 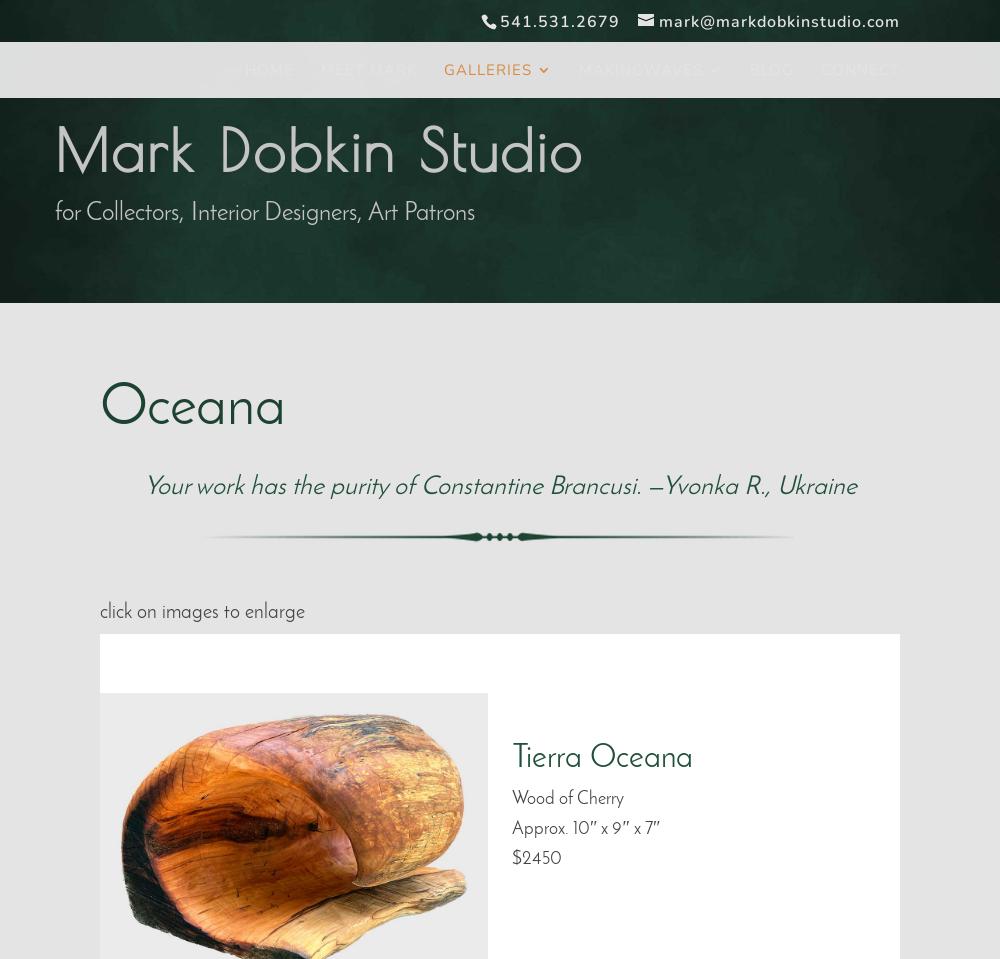 I want to click on 'Your work has the purity of Constantine Brancusi. —Yvonka R., Ukraine', so click(x=498, y=486).